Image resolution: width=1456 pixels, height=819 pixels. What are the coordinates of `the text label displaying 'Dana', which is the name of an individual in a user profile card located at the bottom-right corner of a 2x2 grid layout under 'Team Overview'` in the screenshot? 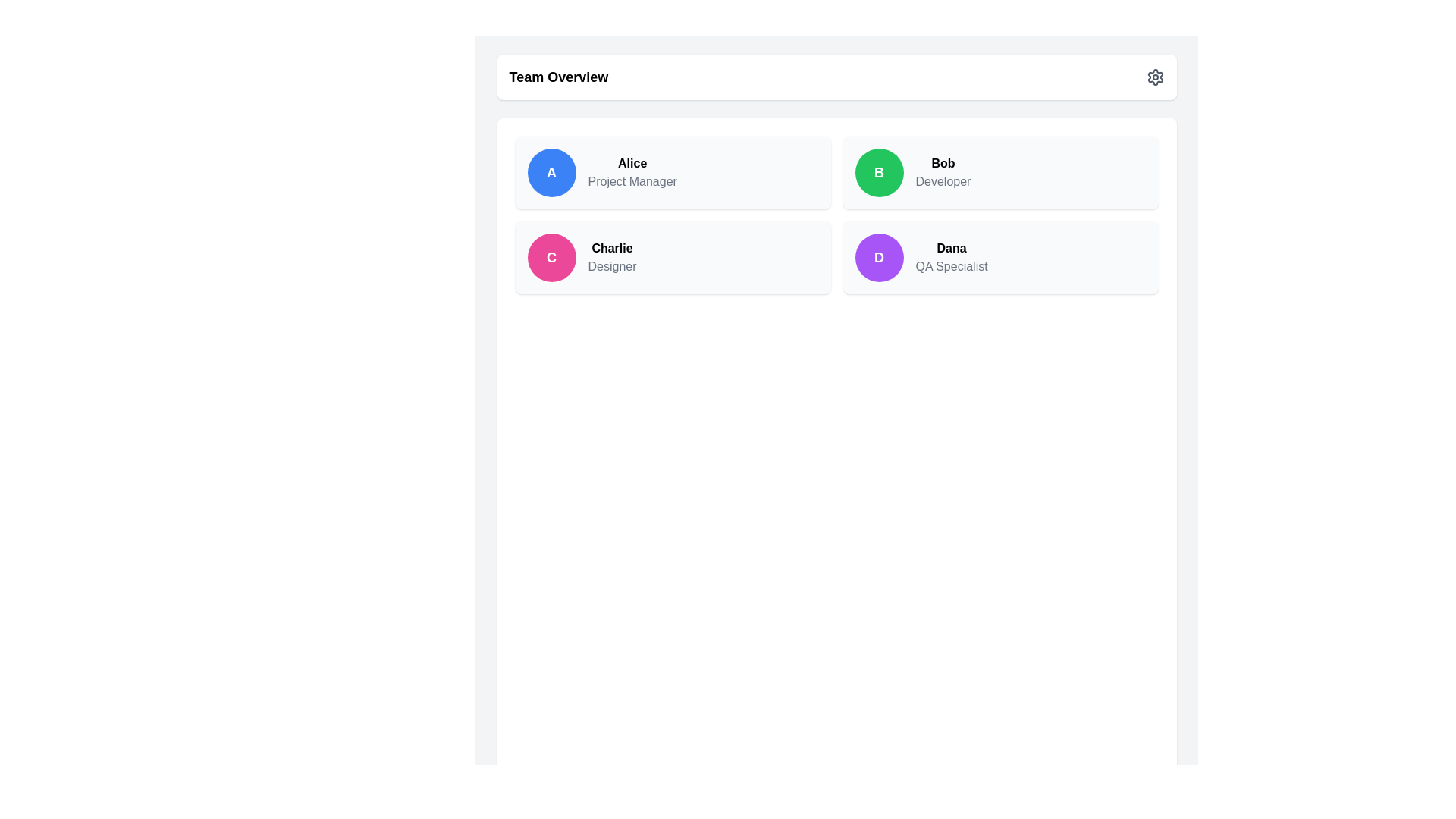 It's located at (951, 247).